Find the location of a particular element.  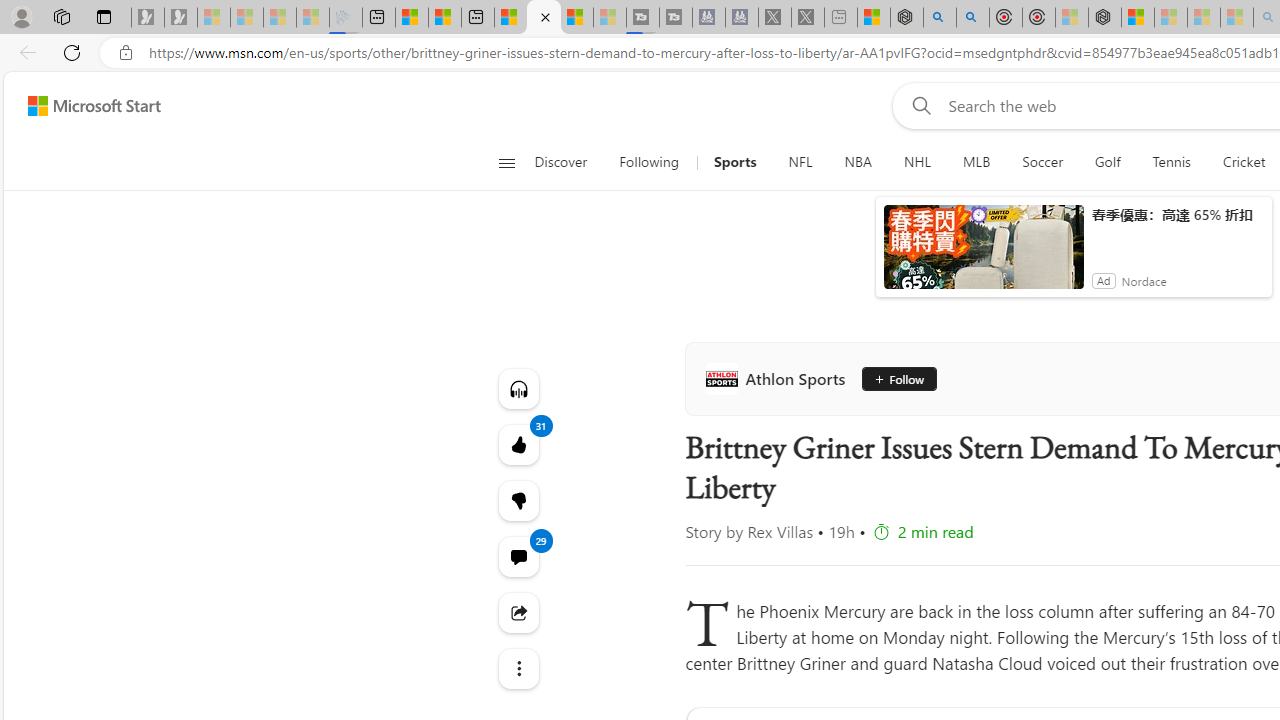

'NHL' is located at coordinates (916, 162).